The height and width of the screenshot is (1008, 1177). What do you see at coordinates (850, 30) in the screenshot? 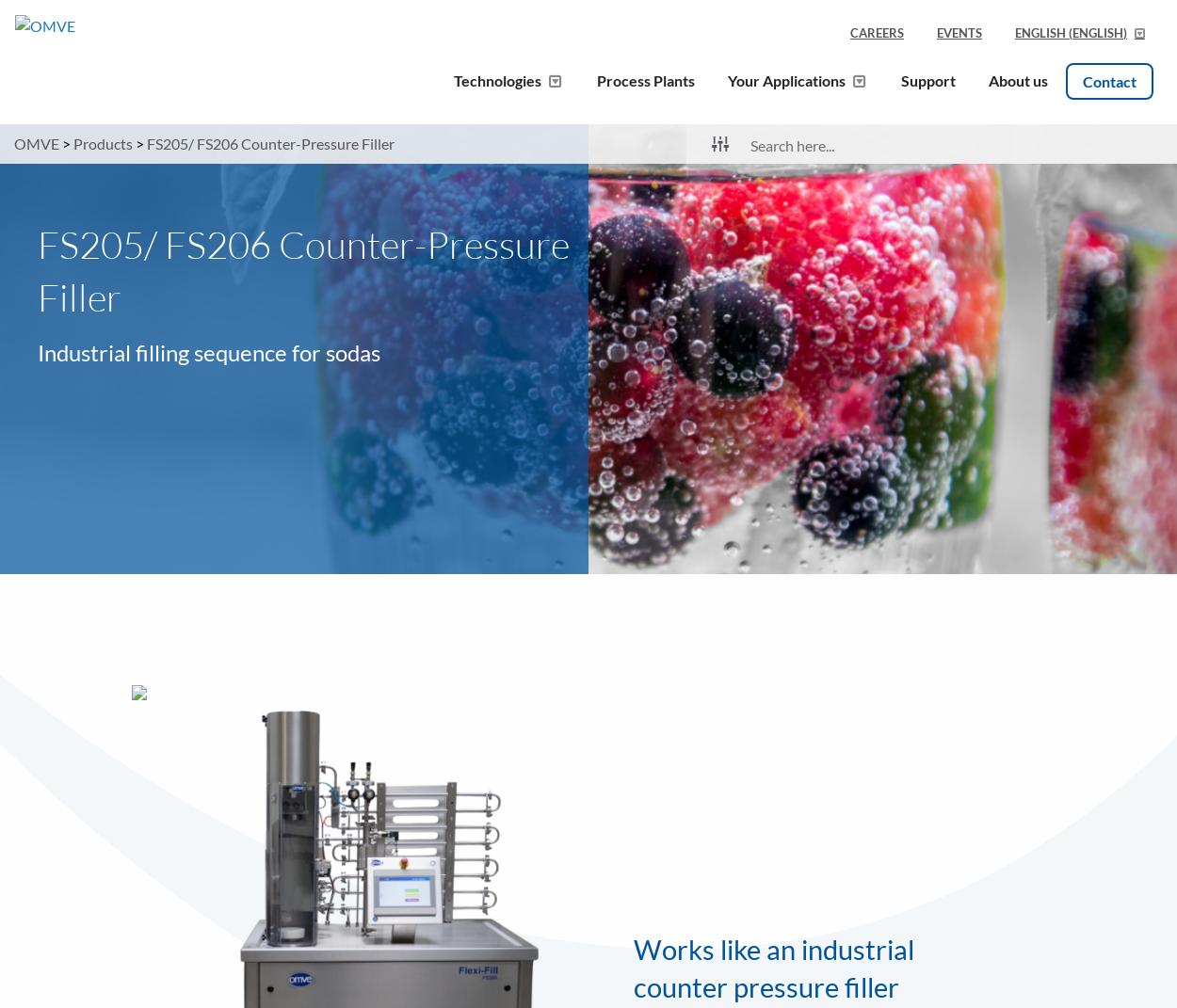
I see `'Careers'` at bounding box center [850, 30].